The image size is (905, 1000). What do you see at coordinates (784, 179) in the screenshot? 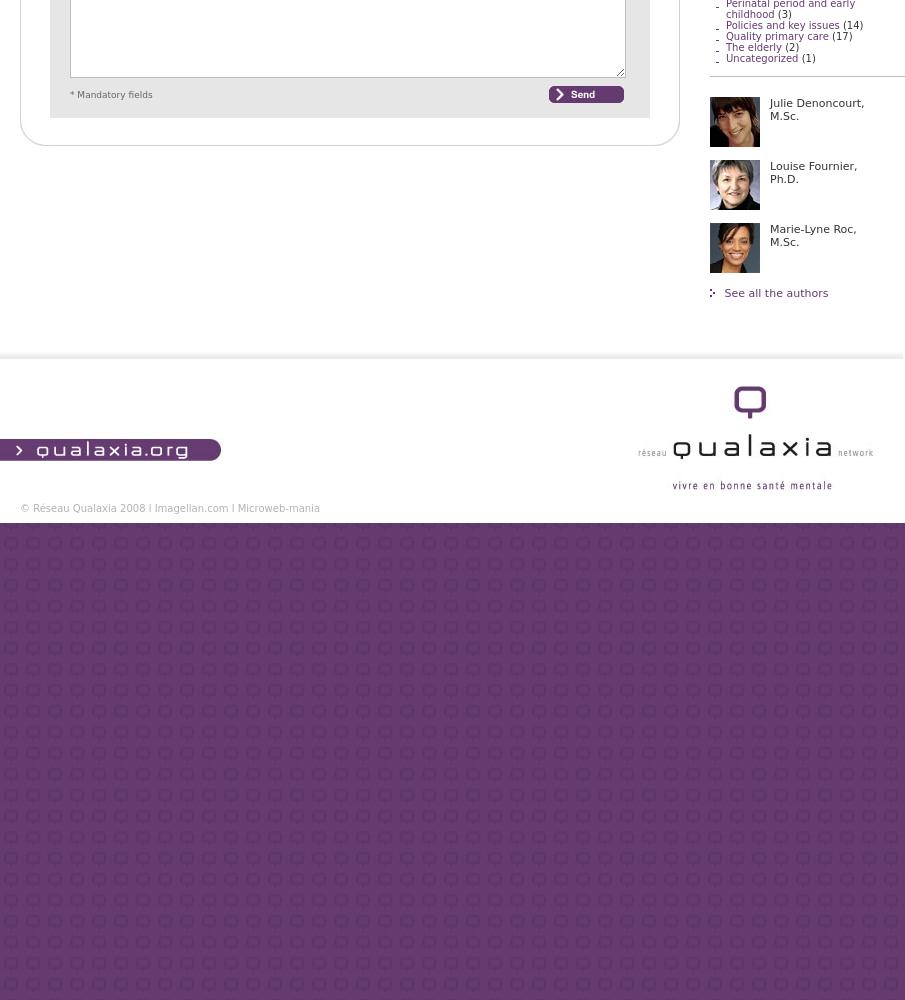
I see `'Ph.D.'` at bounding box center [784, 179].